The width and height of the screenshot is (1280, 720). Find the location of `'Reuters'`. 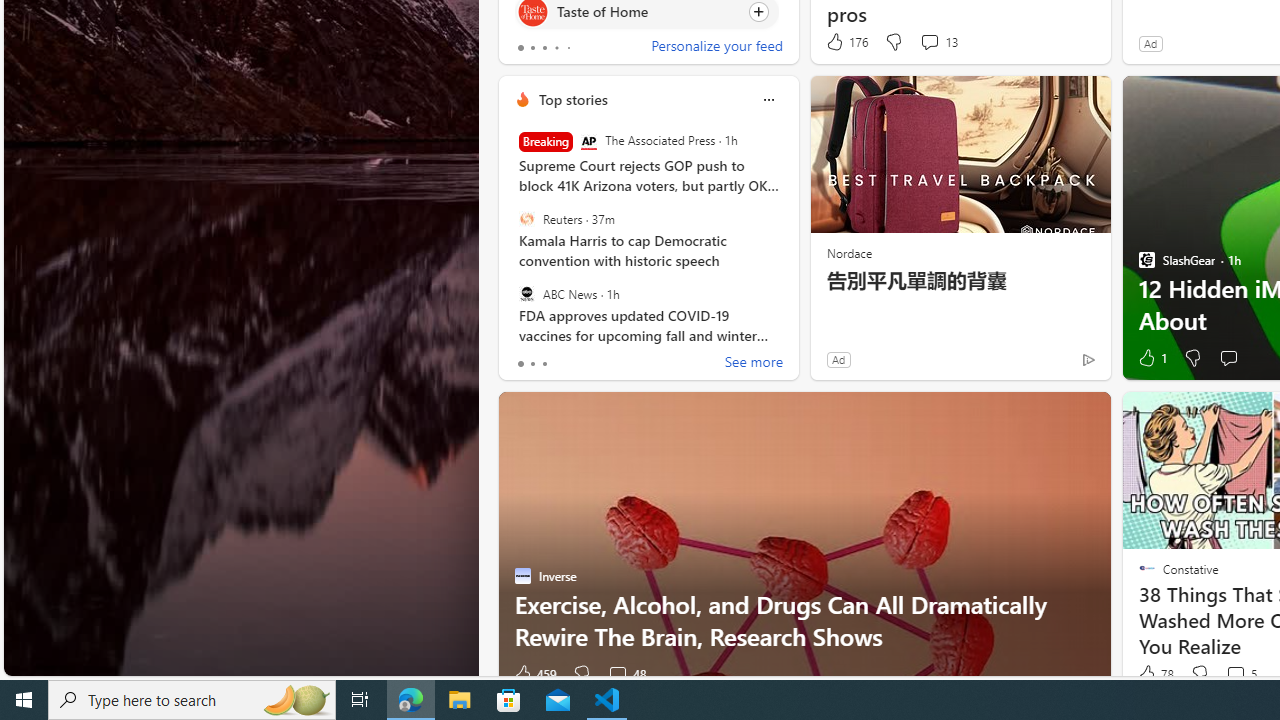

'Reuters' is located at coordinates (526, 219).